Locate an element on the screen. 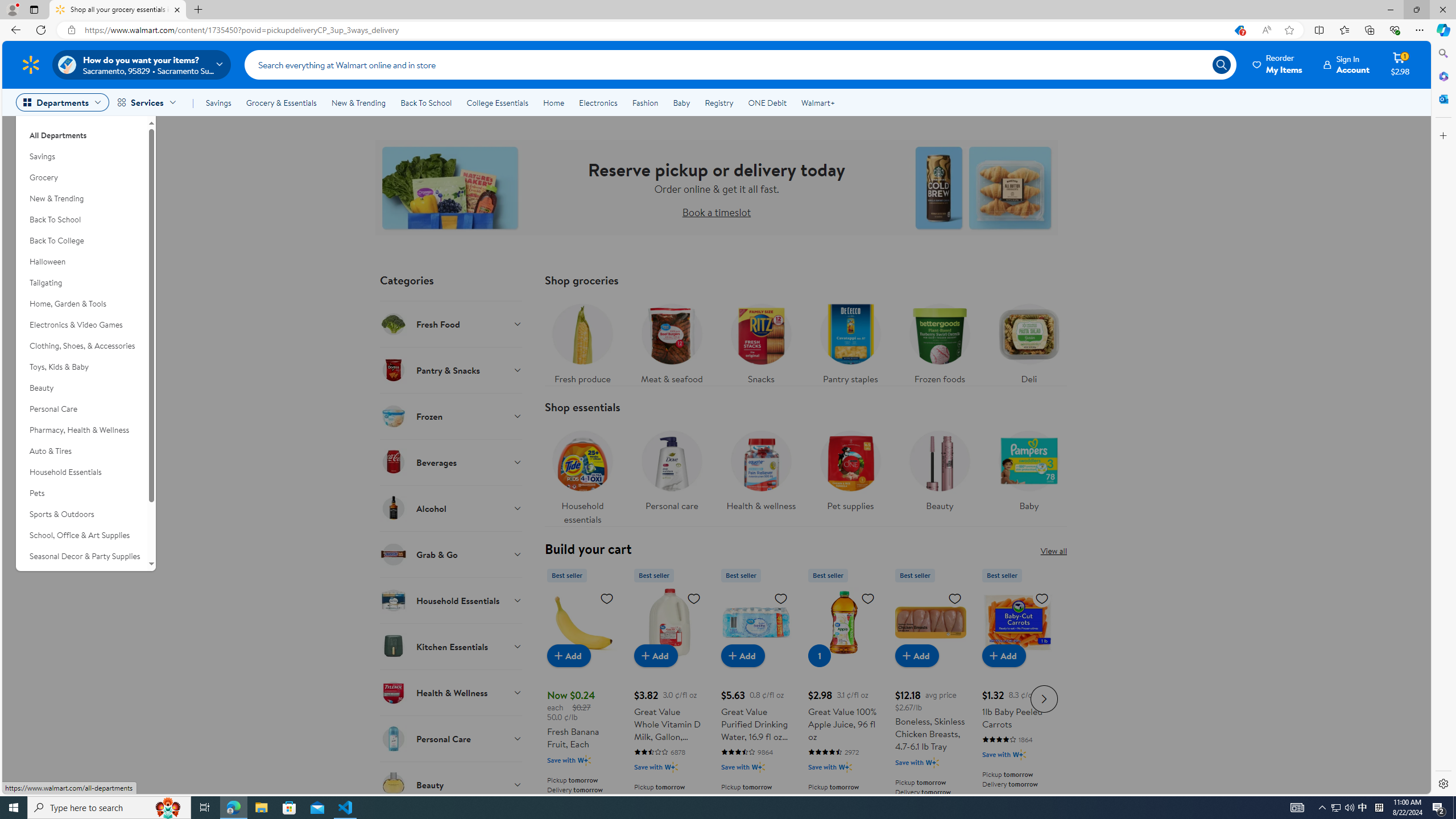 Image resolution: width=1456 pixels, height=819 pixels. 'Baby' is located at coordinates (1029, 473).